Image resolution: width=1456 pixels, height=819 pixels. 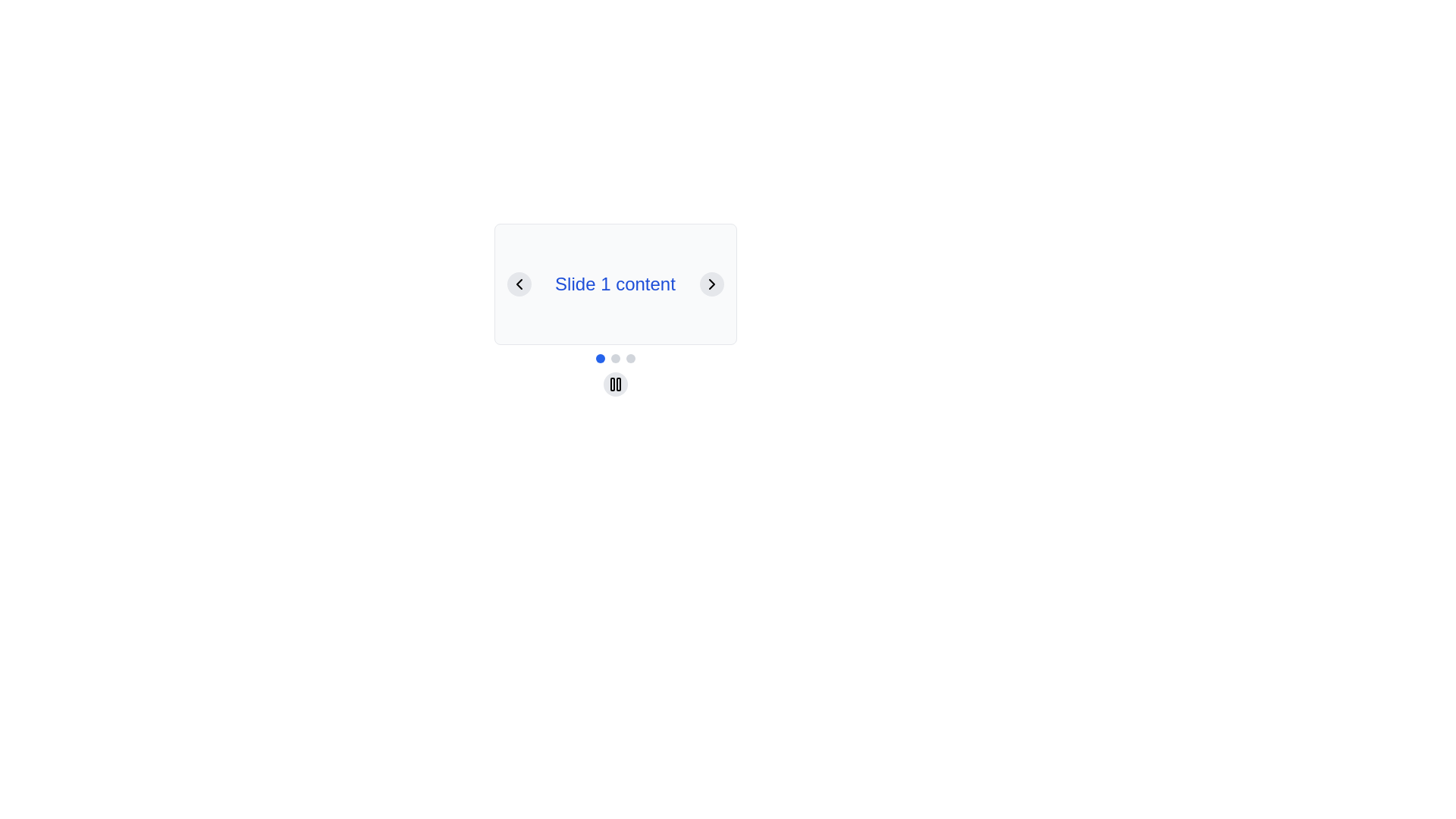 I want to click on the left-facing chevron navigation icon, which is a button-like element located to the left of the text 'Slide 1 content' within a card, so click(x=519, y=284).